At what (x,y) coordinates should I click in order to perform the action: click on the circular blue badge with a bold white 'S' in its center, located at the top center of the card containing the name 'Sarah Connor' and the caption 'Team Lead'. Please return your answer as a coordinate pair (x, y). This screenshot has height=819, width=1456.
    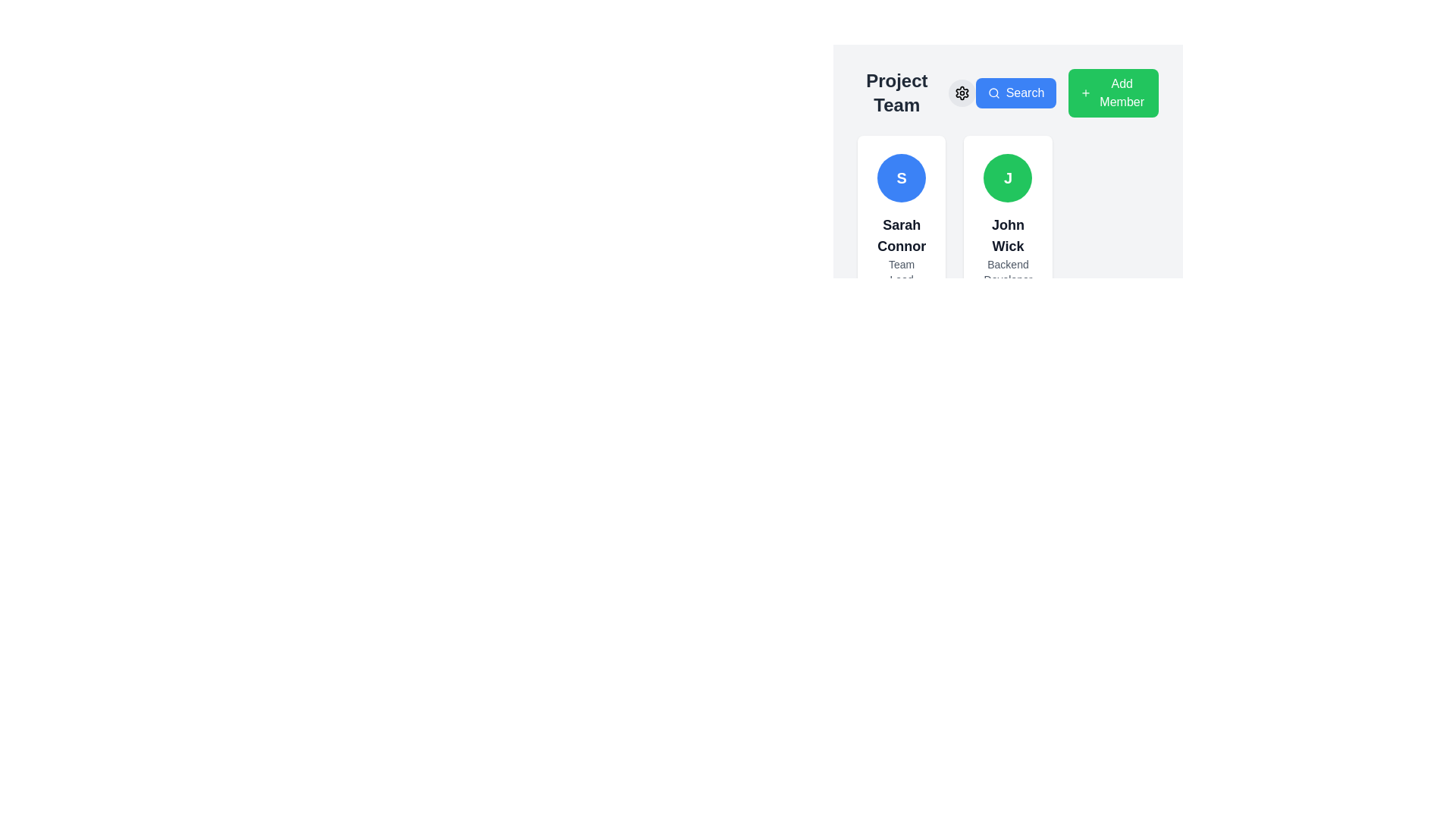
    Looking at the image, I should click on (902, 177).